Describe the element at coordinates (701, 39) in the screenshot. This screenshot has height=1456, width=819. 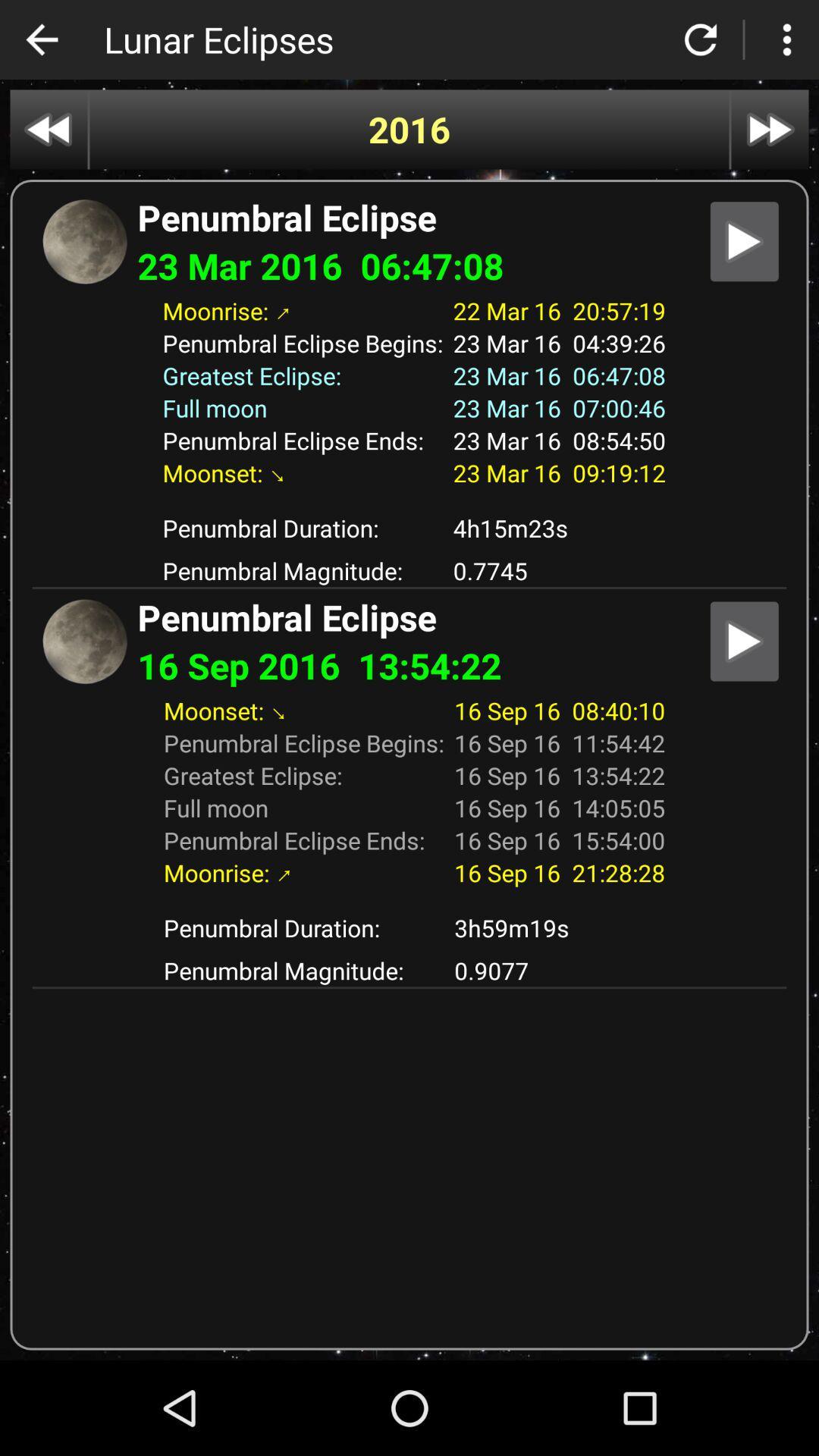
I see `refresh` at that location.